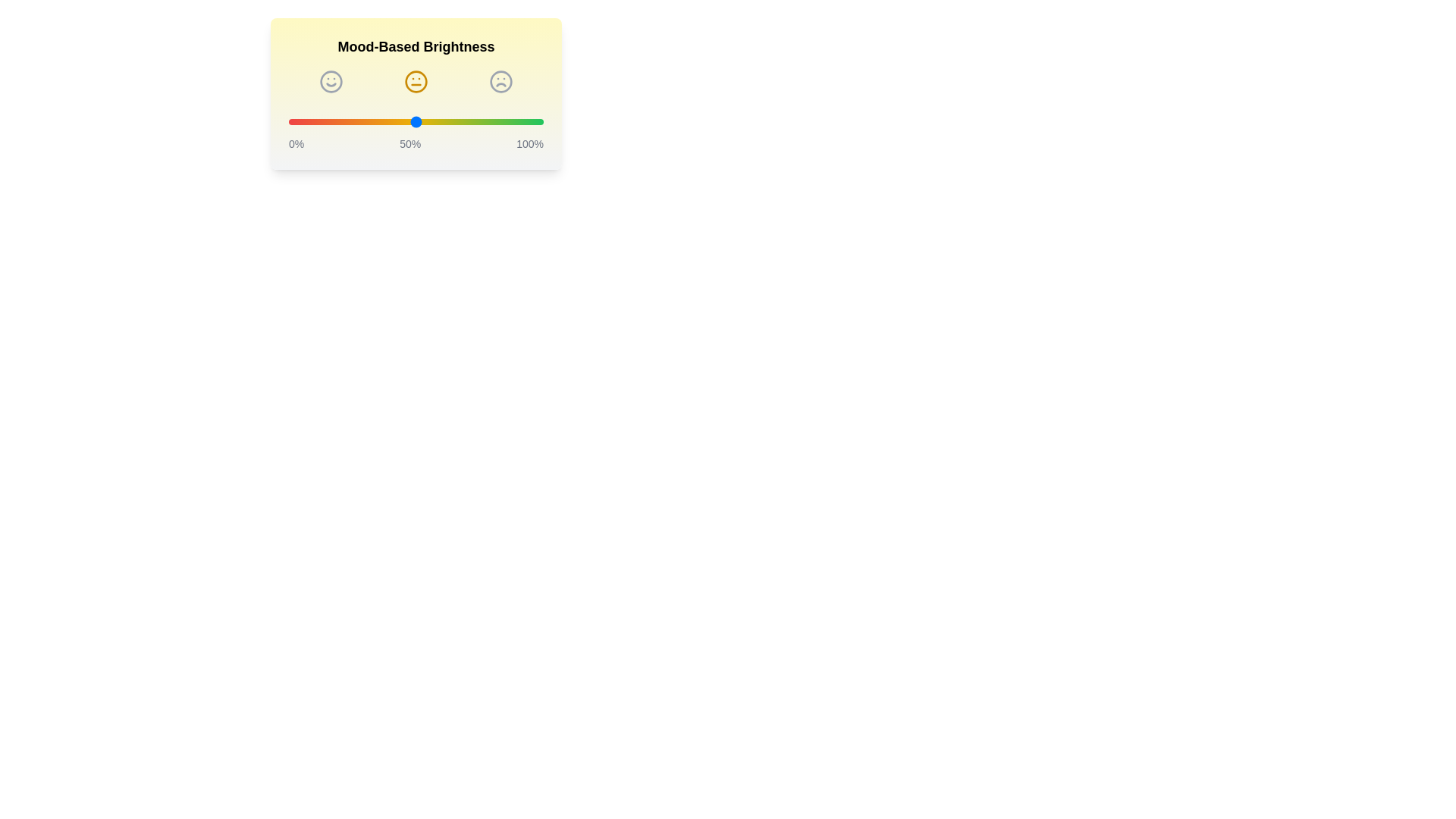 The height and width of the screenshot is (819, 1456). Describe the element at coordinates (326, 121) in the screenshot. I see `the brightness slider to 15% to observe the mood icon change` at that location.